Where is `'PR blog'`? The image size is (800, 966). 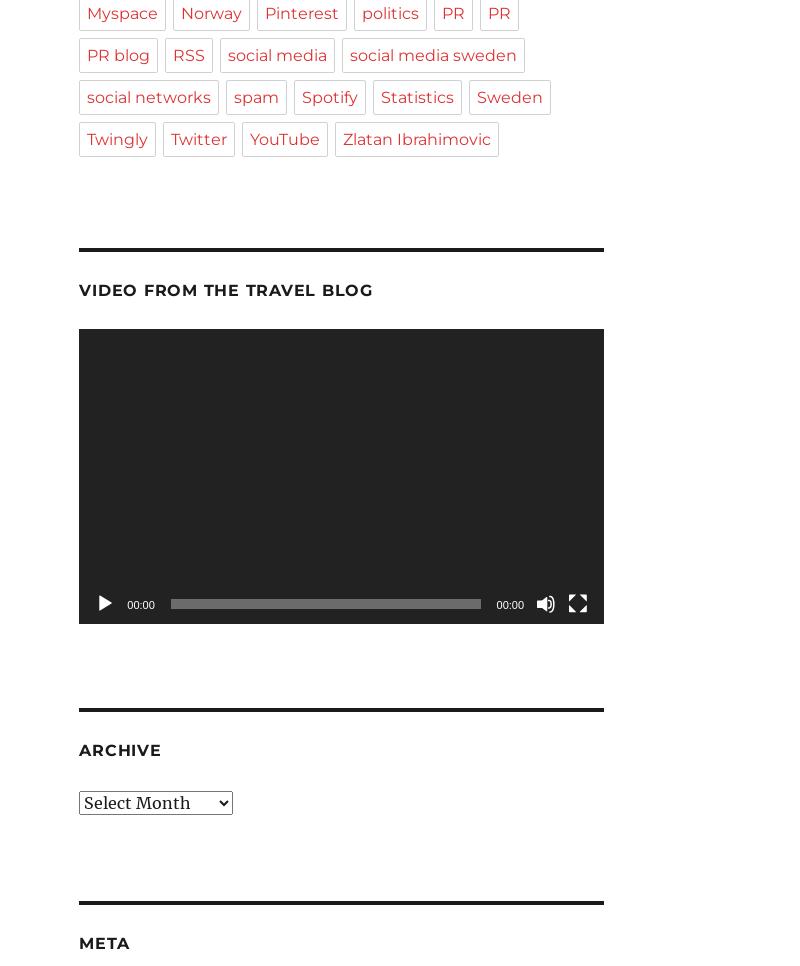 'PR blog' is located at coordinates (117, 55).